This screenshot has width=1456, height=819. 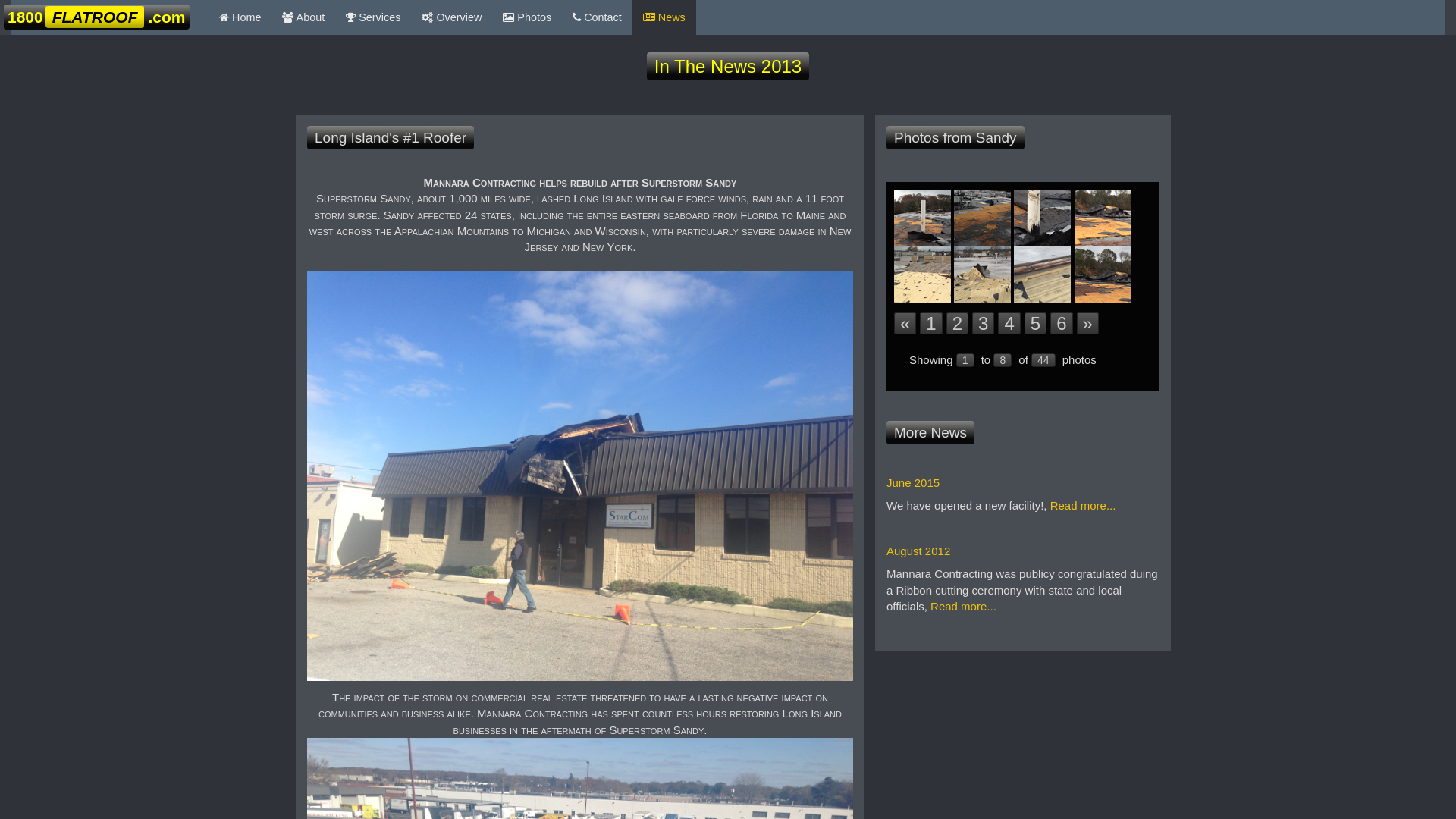 I want to click on '1800Flatroof.com on the  job', so click(x=1014, y=273).